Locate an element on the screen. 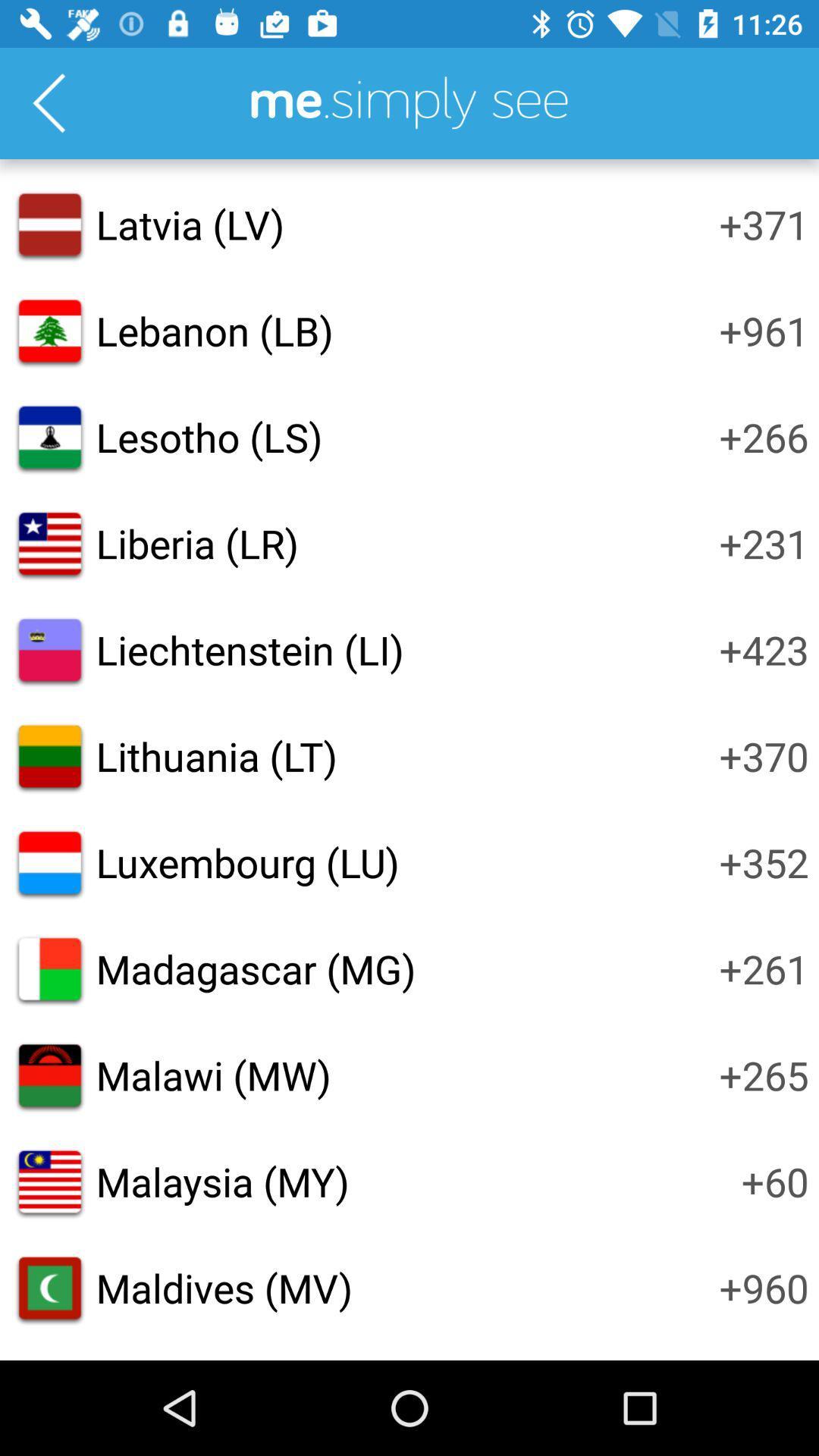 Image resolution: width=819 pixels, height=1456 pixels. item below the +266 is located at coordinates (764, 543).